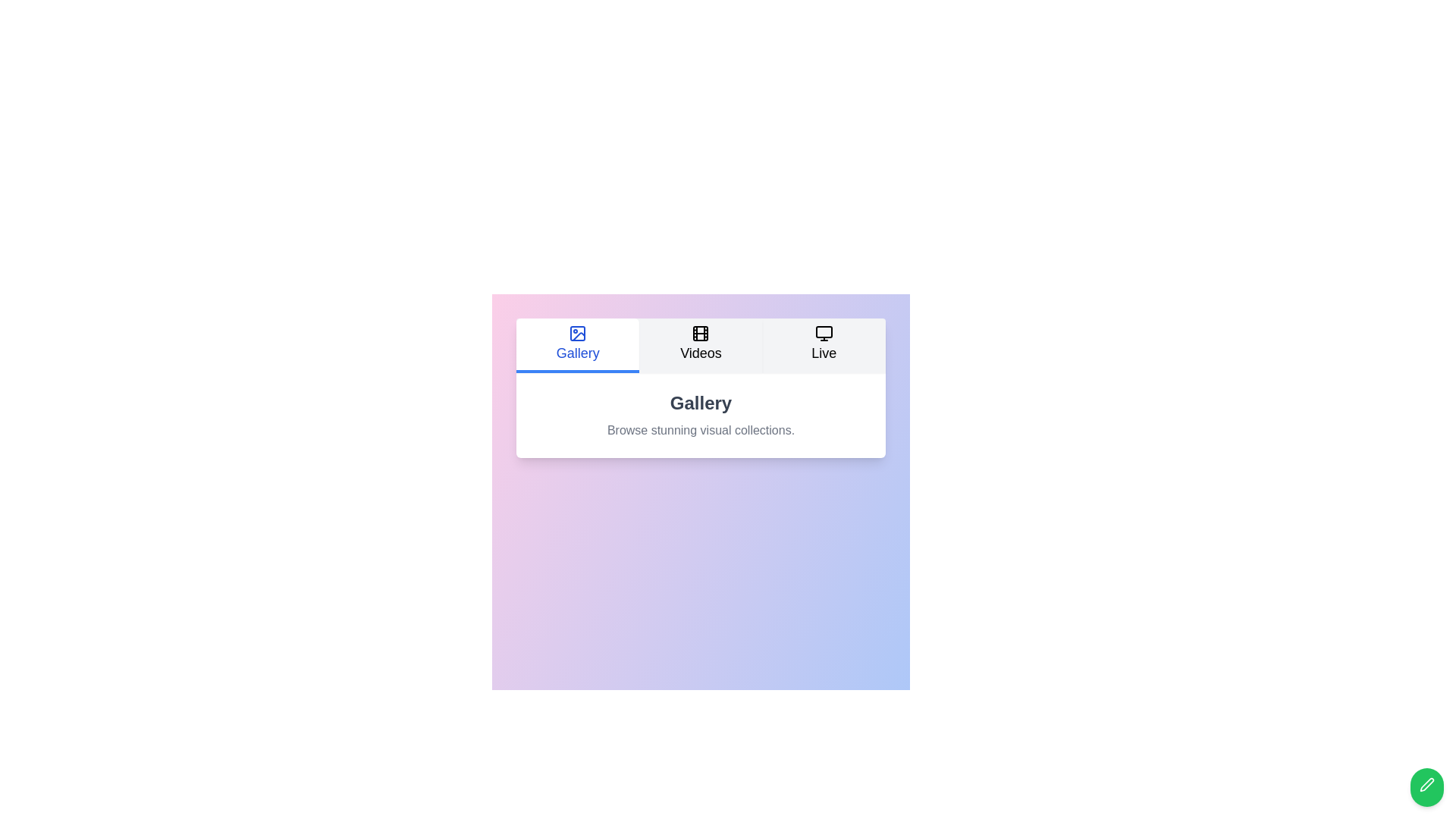  What do you see at coordinates (1426, 784) in the screenshot?
I see `the green circular button with a pen icon at the bottom right corner of the screen to close the modal` at bounding box center [1426, 784].